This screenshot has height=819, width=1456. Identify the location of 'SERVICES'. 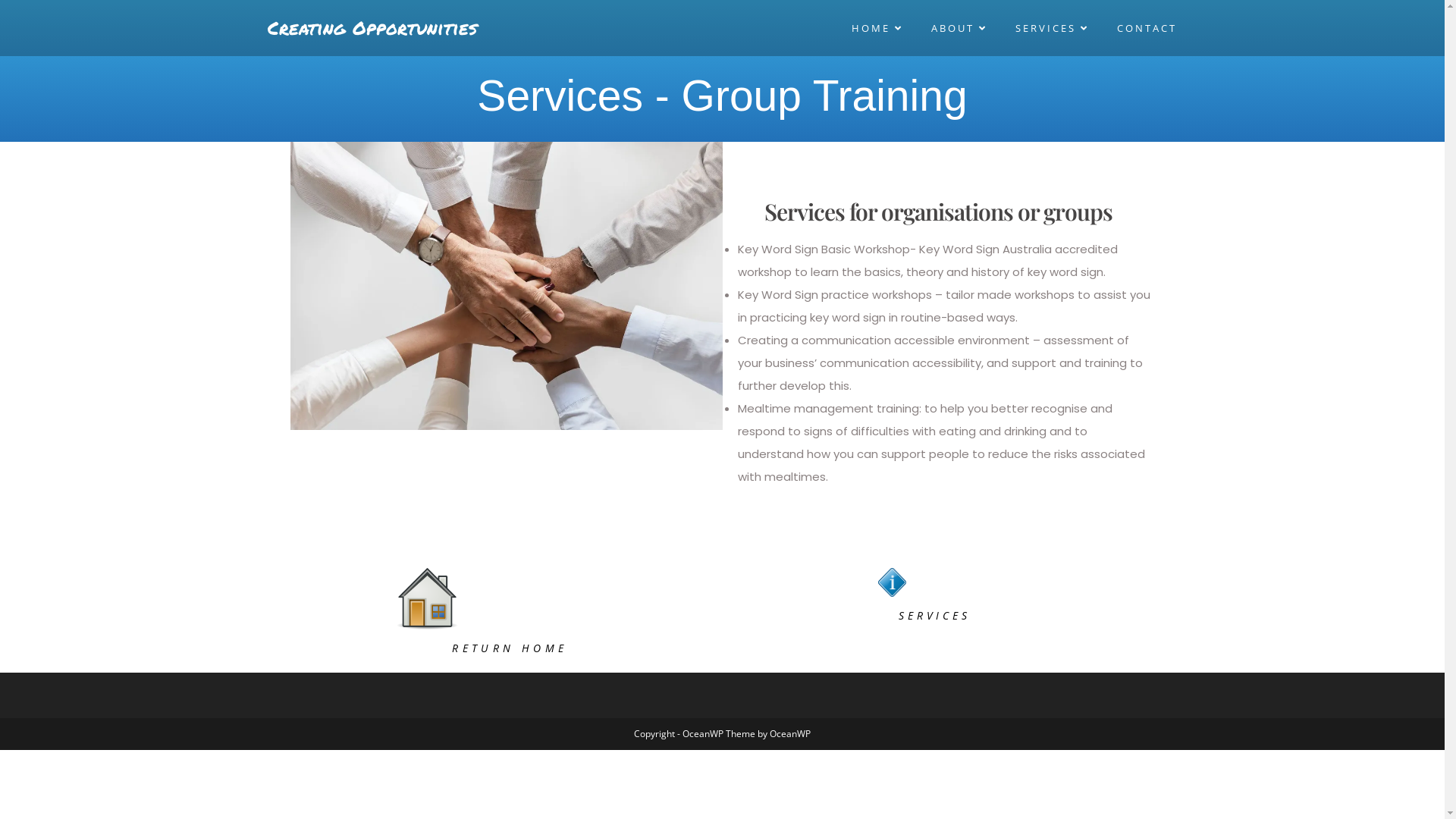
(1052, 28).